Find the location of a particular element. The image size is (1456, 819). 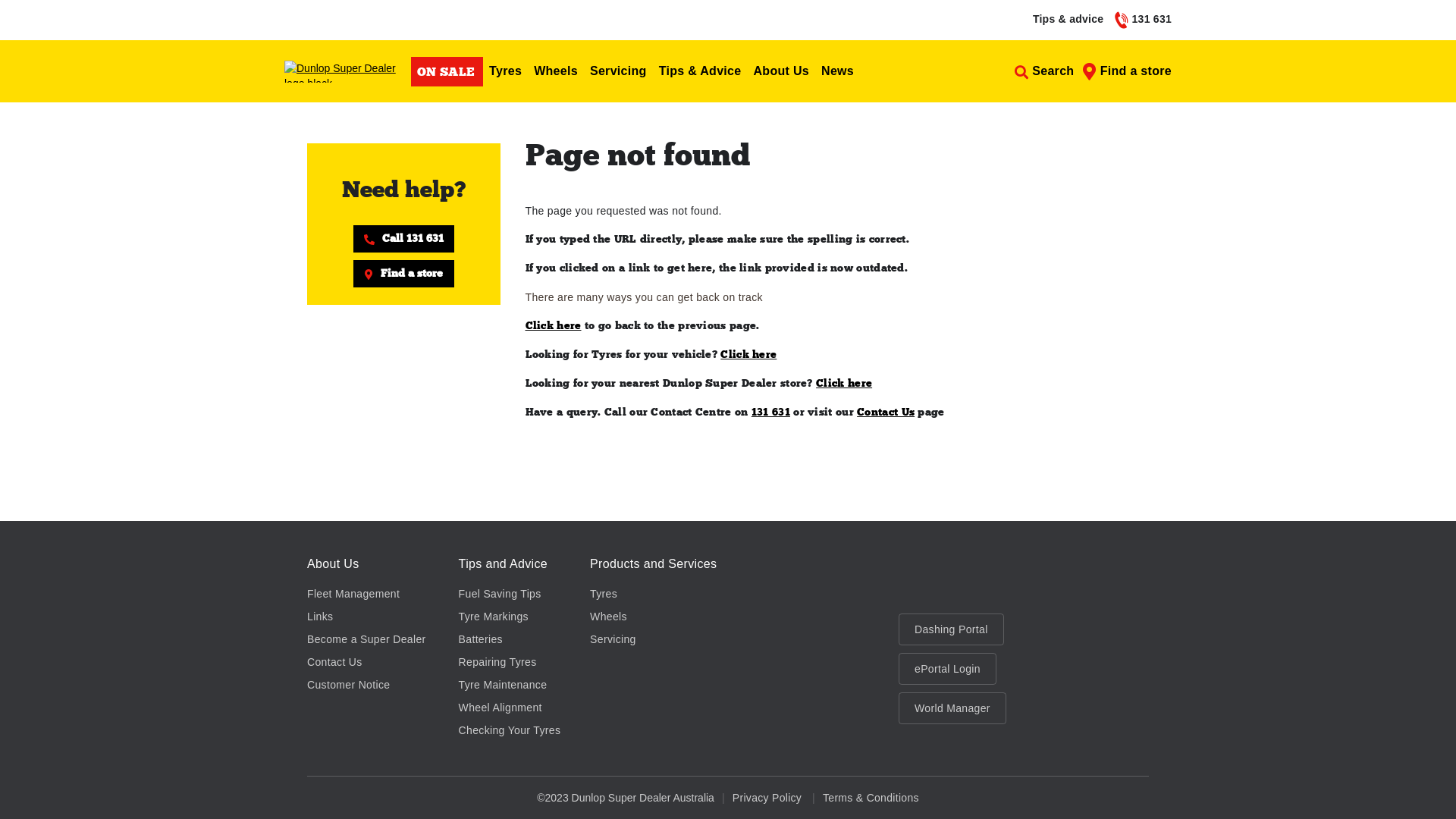

'Tyre Markings' is located at coordinates (494, 617).